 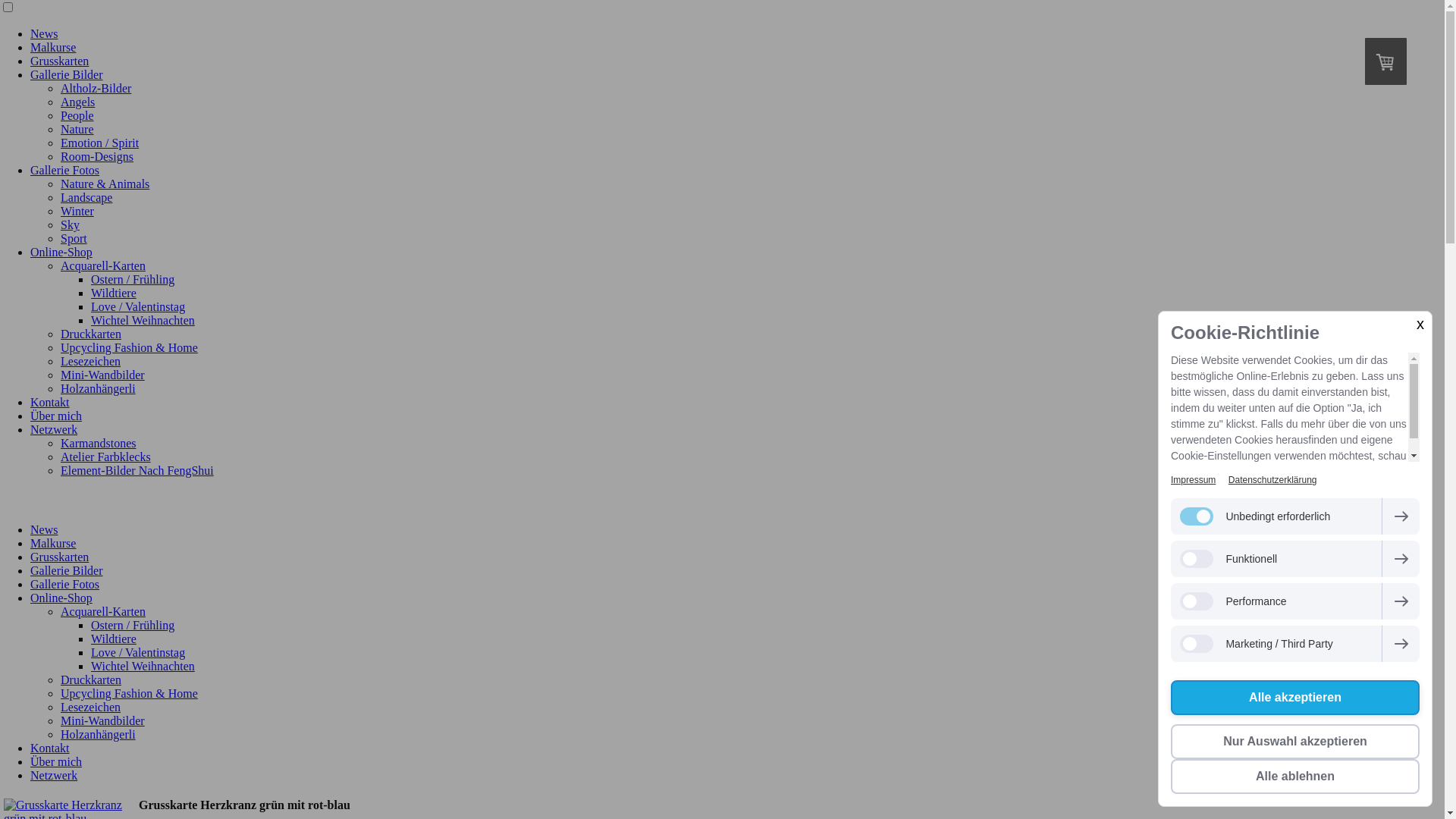 I want to click on 'Nur Auswahl akzeptieren', so click(x=1294, y=741).